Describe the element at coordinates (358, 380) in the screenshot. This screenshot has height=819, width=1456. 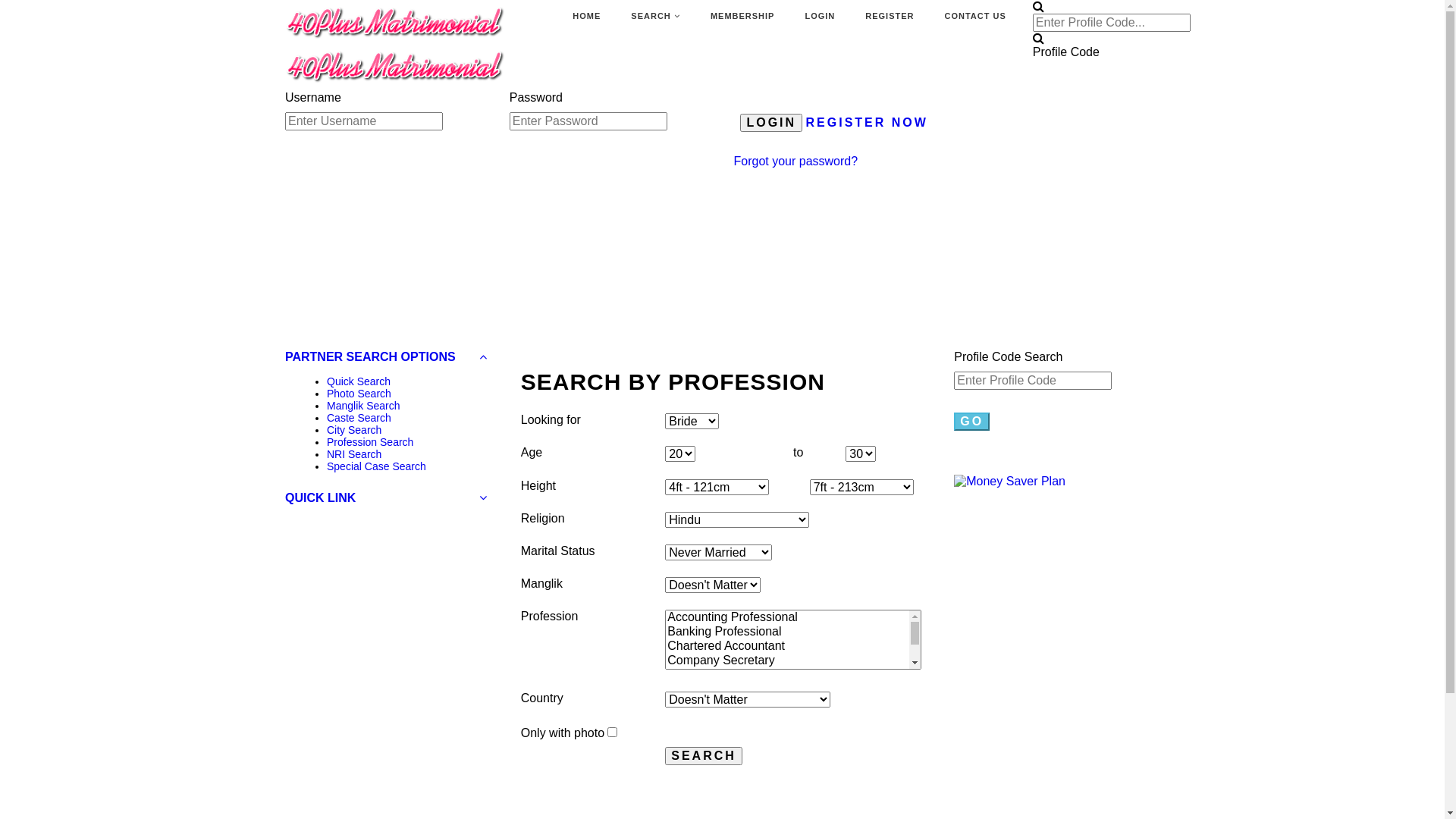
I see `'Quick Search'` at that location.